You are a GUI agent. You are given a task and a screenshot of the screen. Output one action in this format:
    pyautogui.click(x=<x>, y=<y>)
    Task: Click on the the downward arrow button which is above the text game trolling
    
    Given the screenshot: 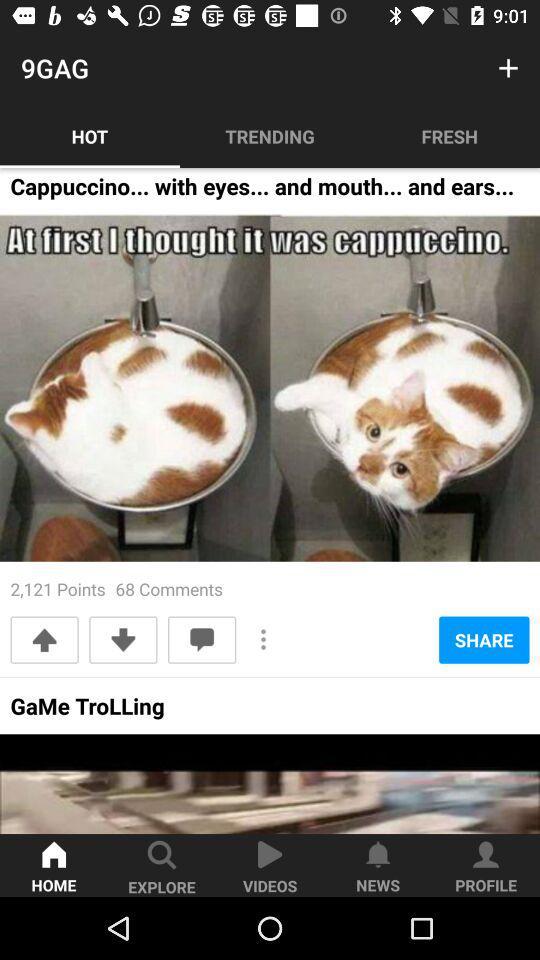 What is the action you would take?
    pyautogui.click(x=123, y=639)
    